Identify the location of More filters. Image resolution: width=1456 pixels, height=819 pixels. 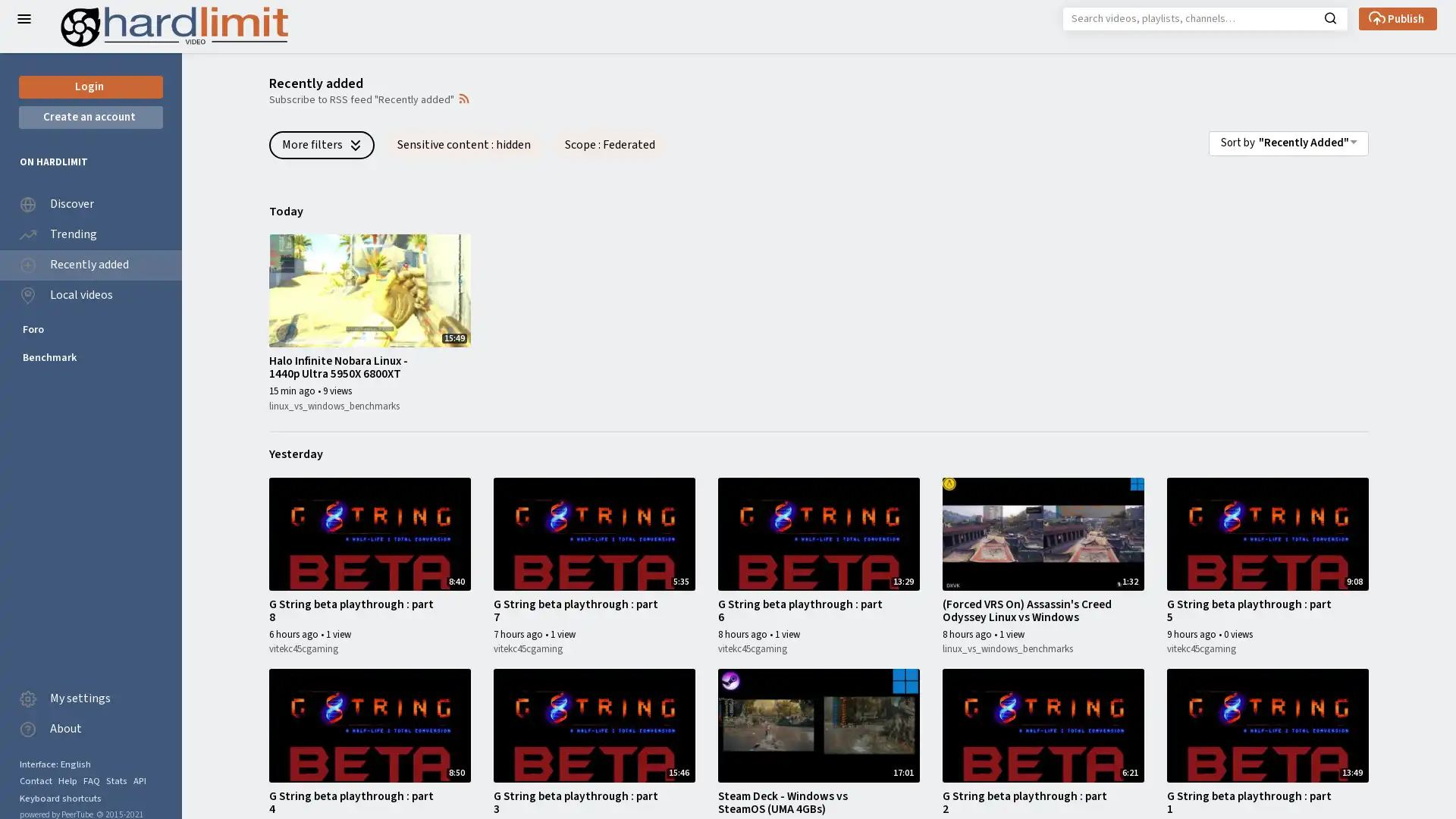
(321, 144).